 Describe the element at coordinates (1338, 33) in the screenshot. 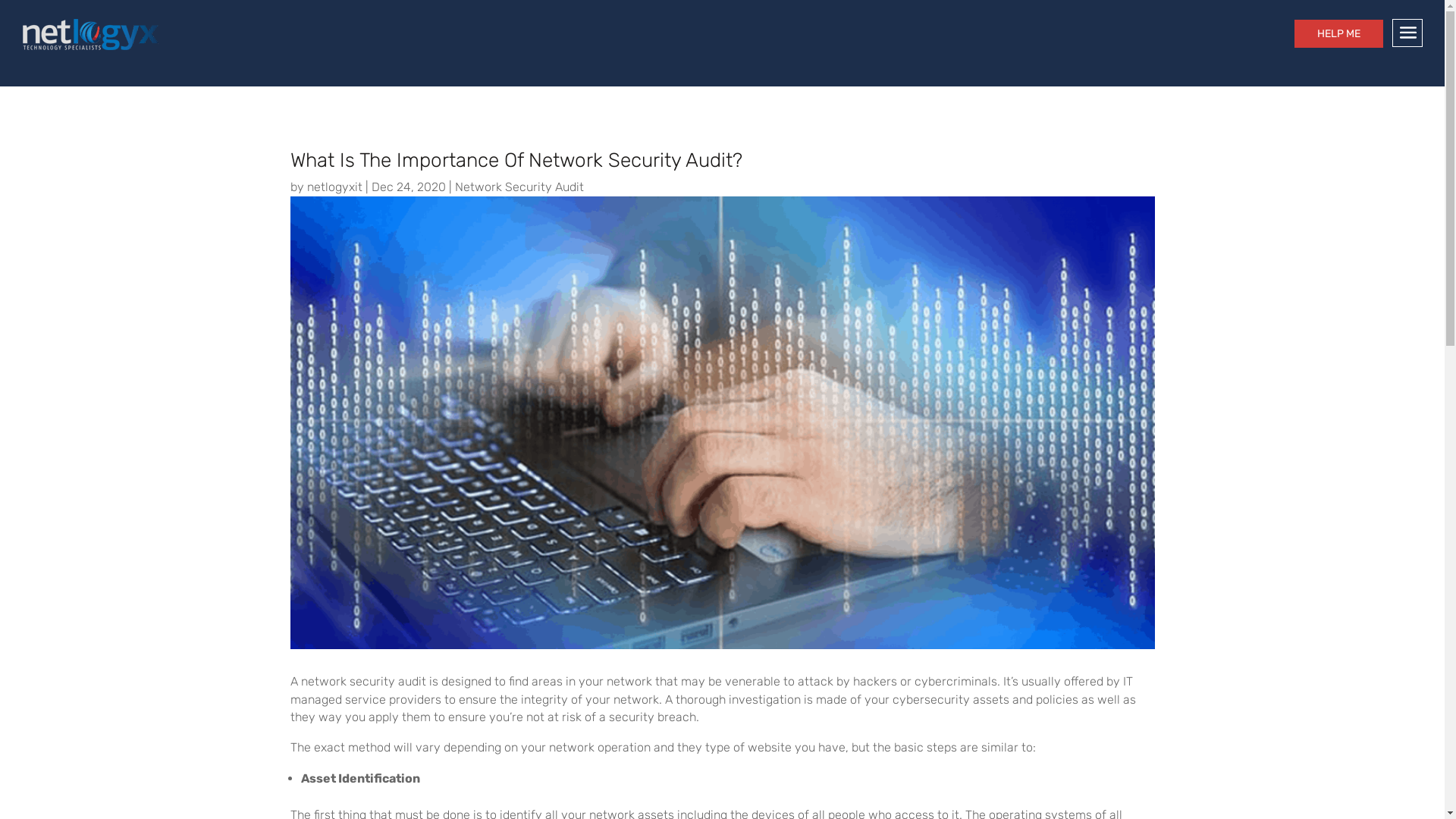

I see `'HELP ME'` at that location.